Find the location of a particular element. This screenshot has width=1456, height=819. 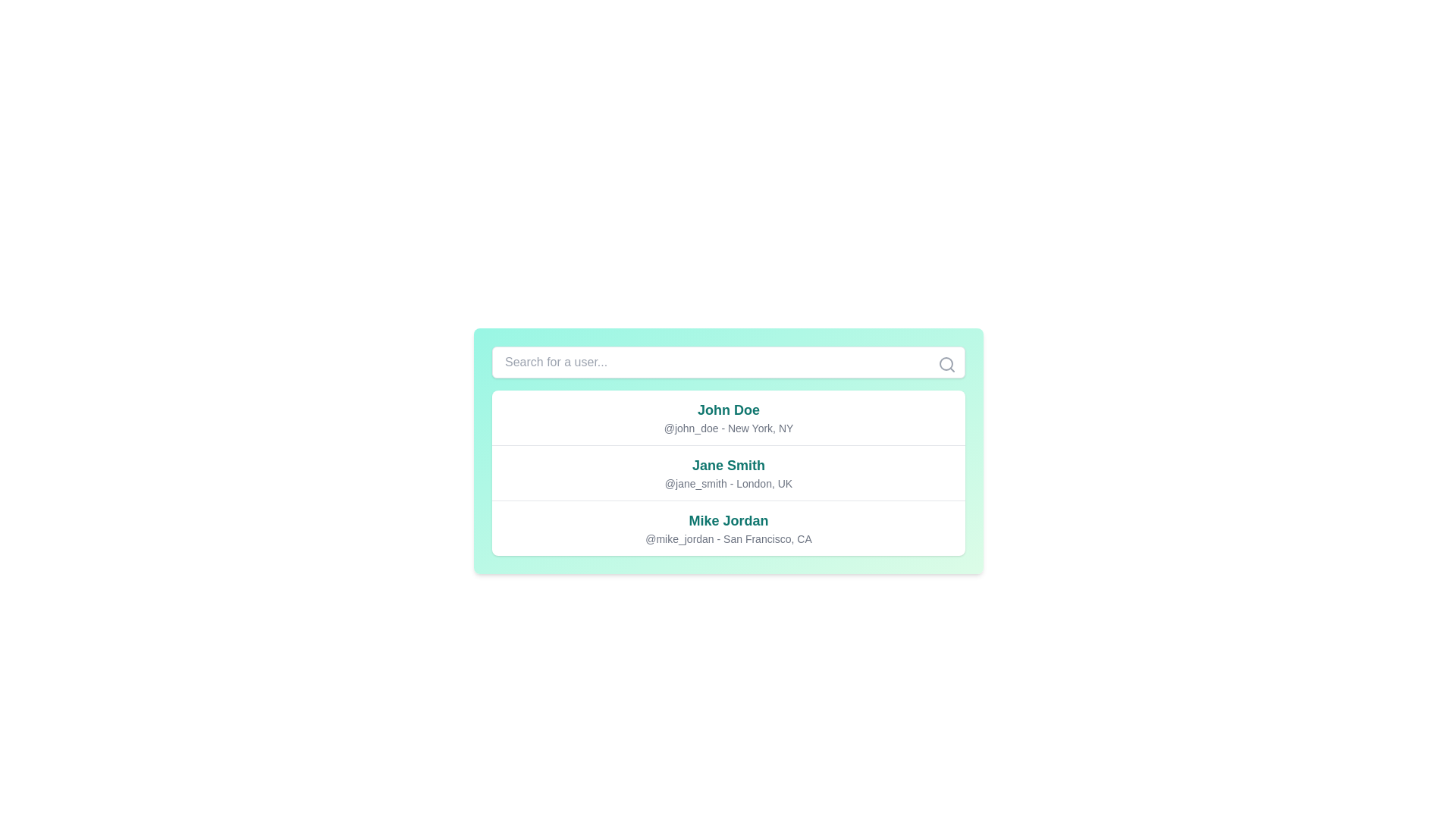

the static text label displaying the name of a person, which is the first visible item in a scrollable list, positioned above the smaller gray text '@john_doe - New York, NY' is located at coordinates (728, 409).